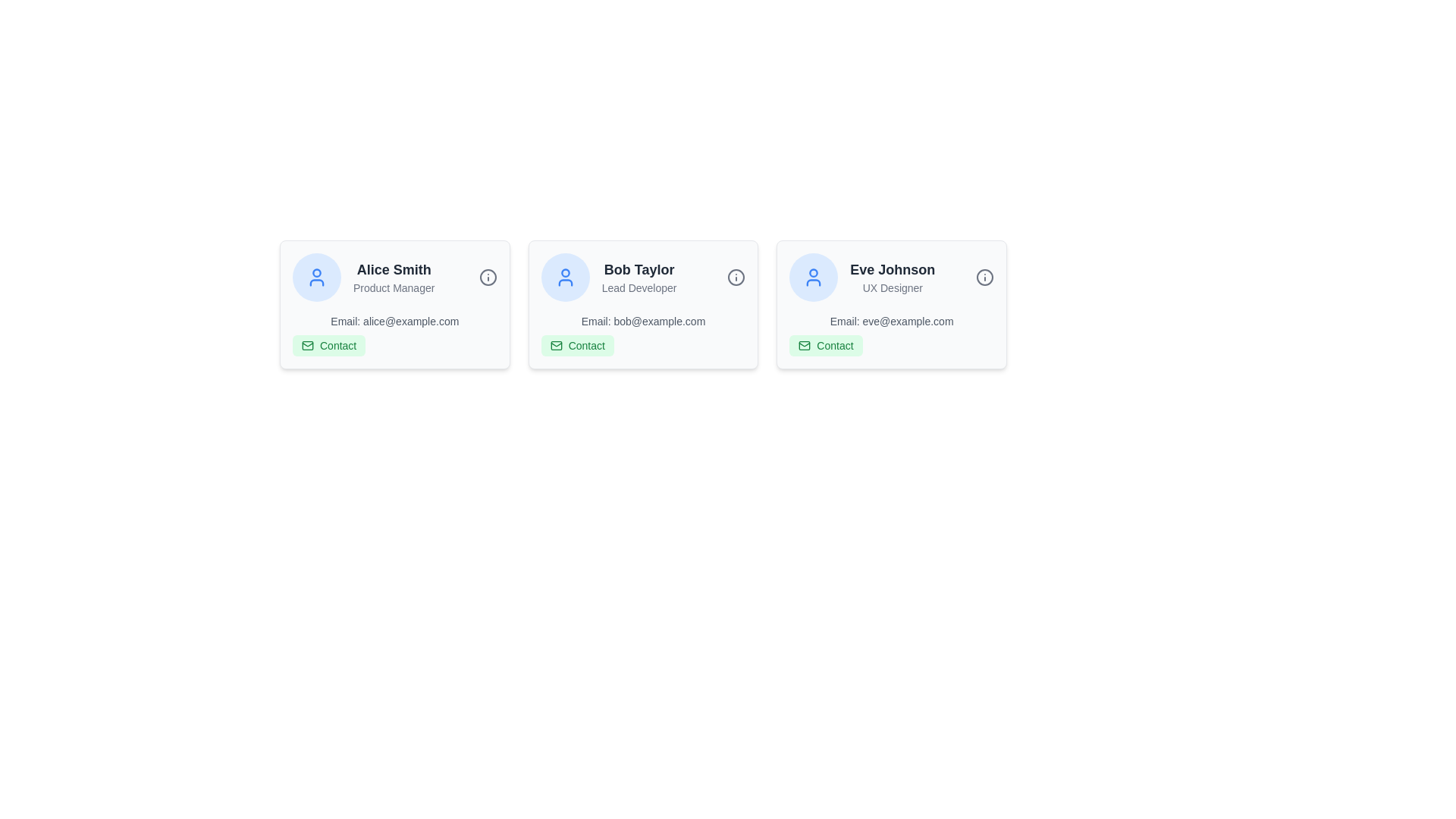 Image resolution: width=1456 pixels, height=819 pixels. What do you see at coordinates (555, 345) in the screenshot?
I see `the green envelope icon located to the left of the 'Contact' button text within the card labeled 'Bob Taylor'` at bounding box center [555, 345].